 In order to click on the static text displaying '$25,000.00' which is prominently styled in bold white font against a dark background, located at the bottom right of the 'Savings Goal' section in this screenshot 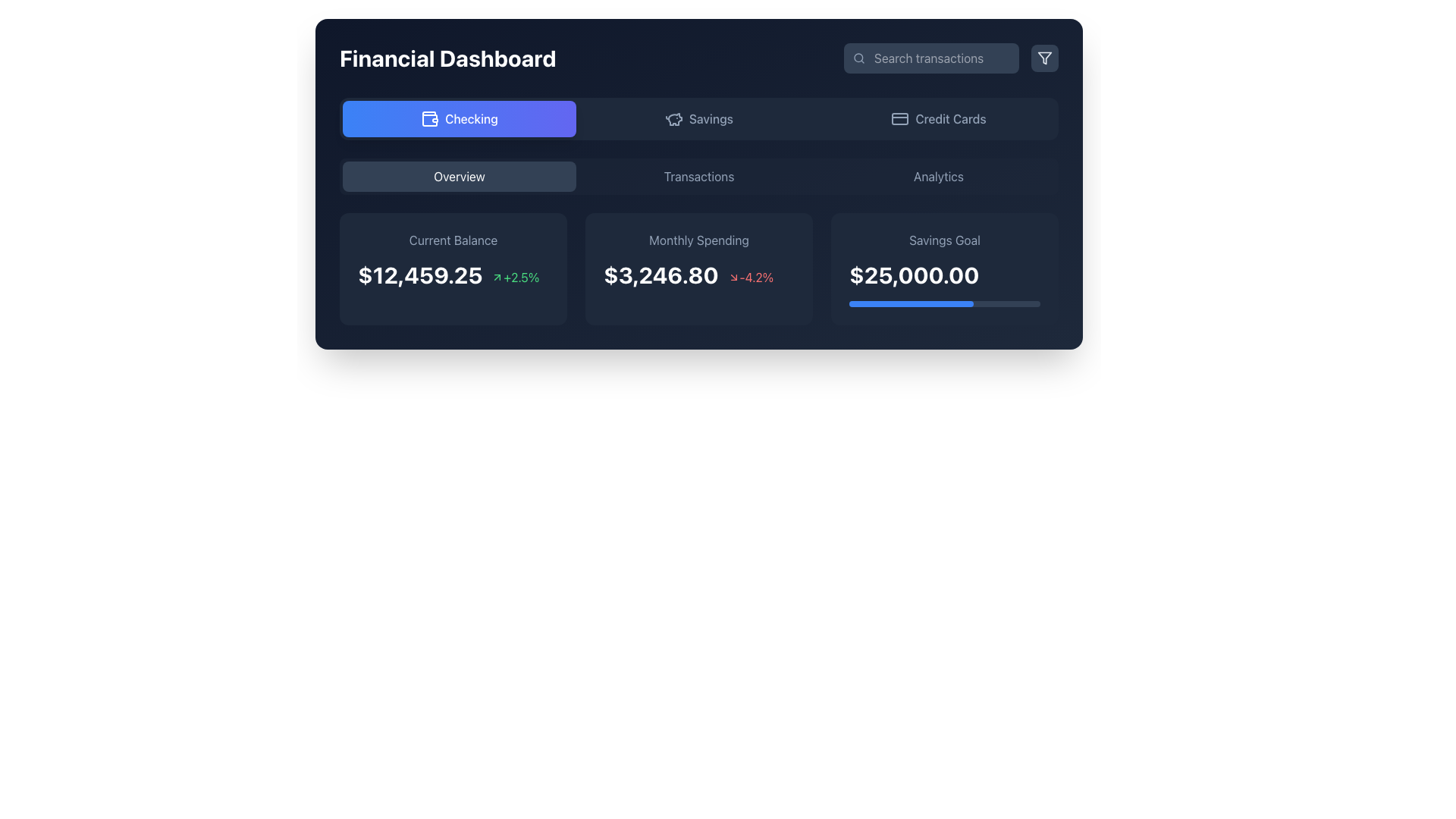, I will do `click(913, 275)`.